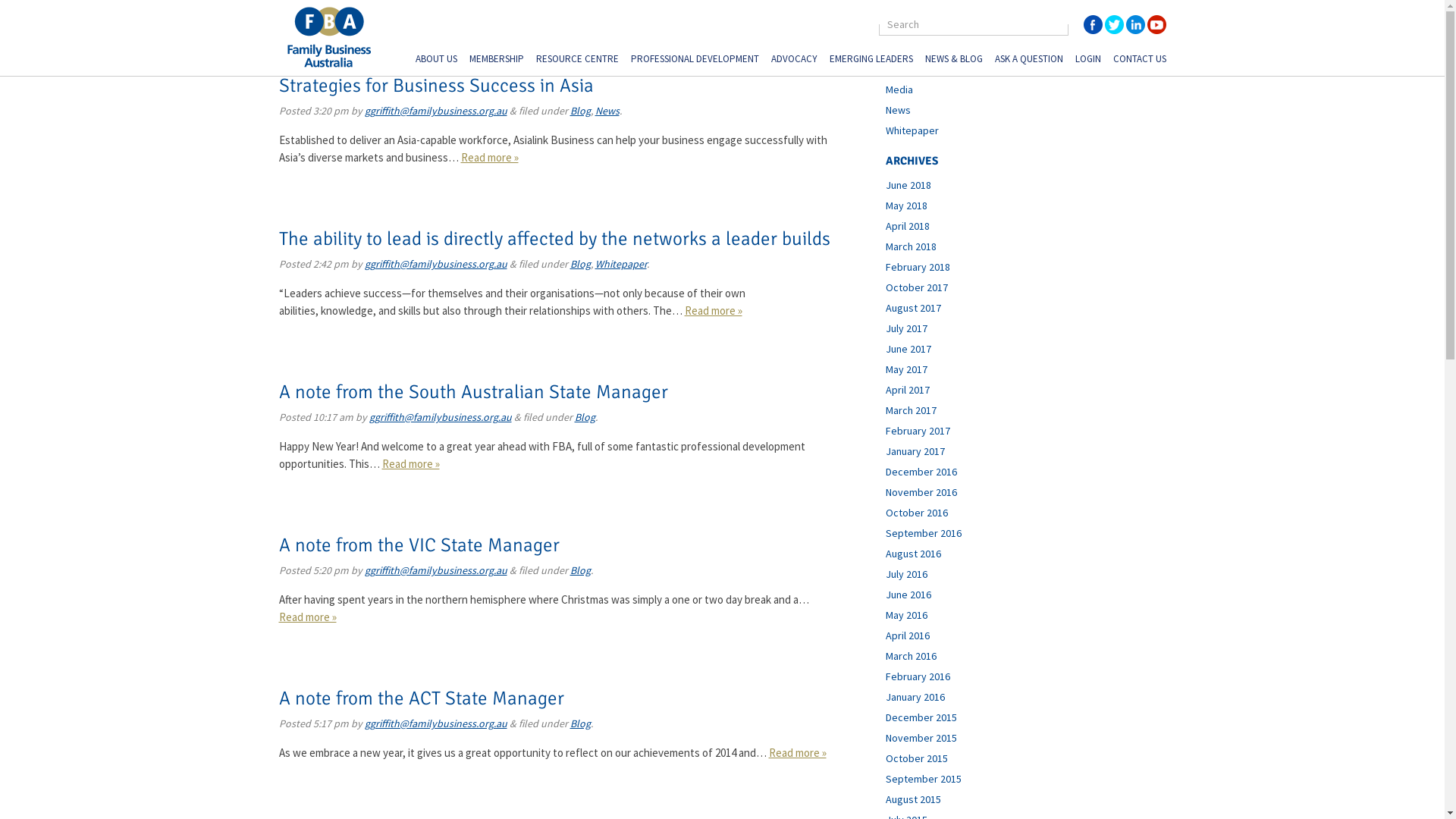 The width and height of the screenshot is (1456, 819). I want to click on 'ABOUT US', so click(435, 60).